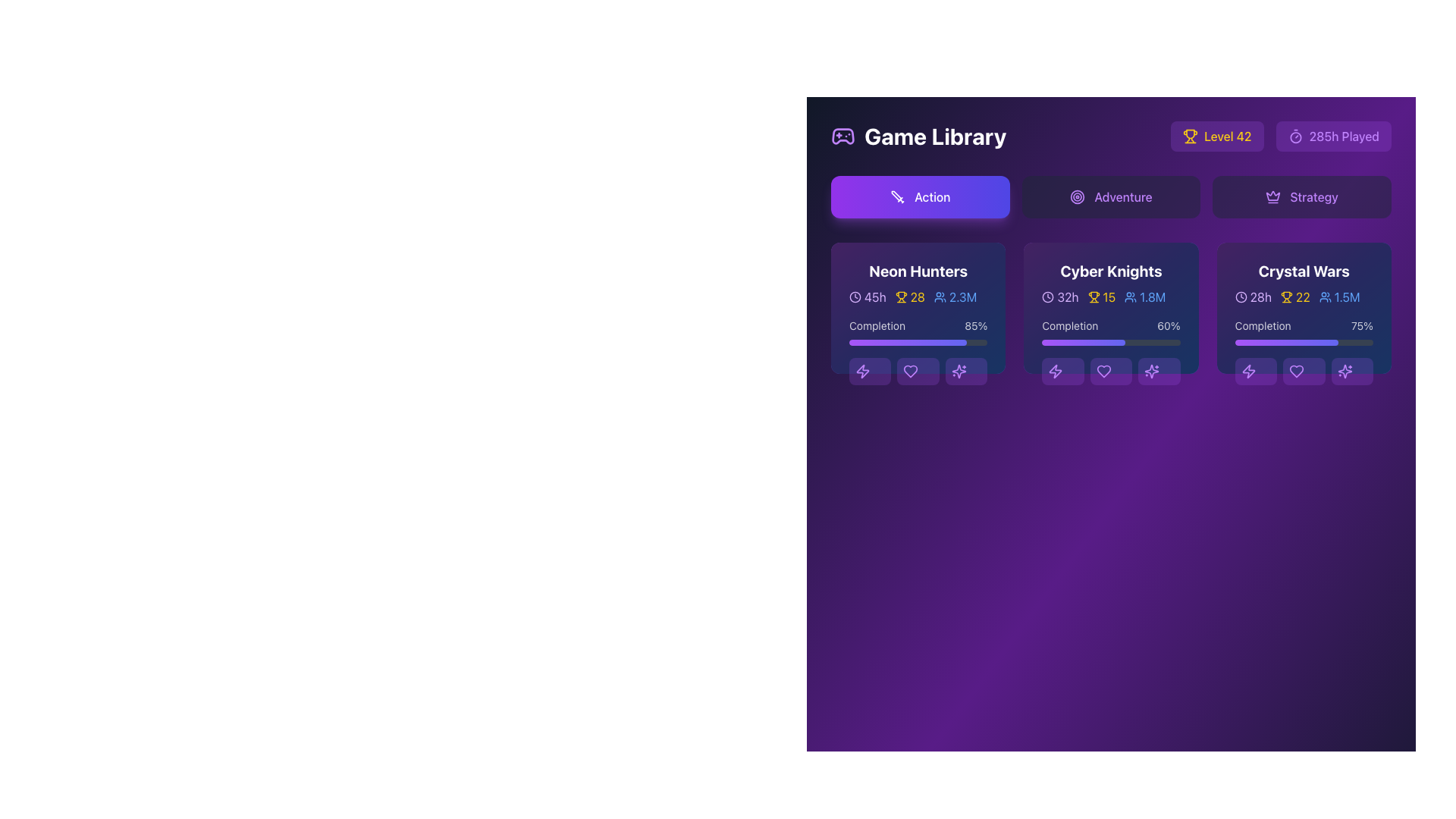  Describe the element at coordinates (901, 297) in the screenshot. I see `the achievements icon located in the 'Neon Hunters' section, next to the text '28'` at that location.